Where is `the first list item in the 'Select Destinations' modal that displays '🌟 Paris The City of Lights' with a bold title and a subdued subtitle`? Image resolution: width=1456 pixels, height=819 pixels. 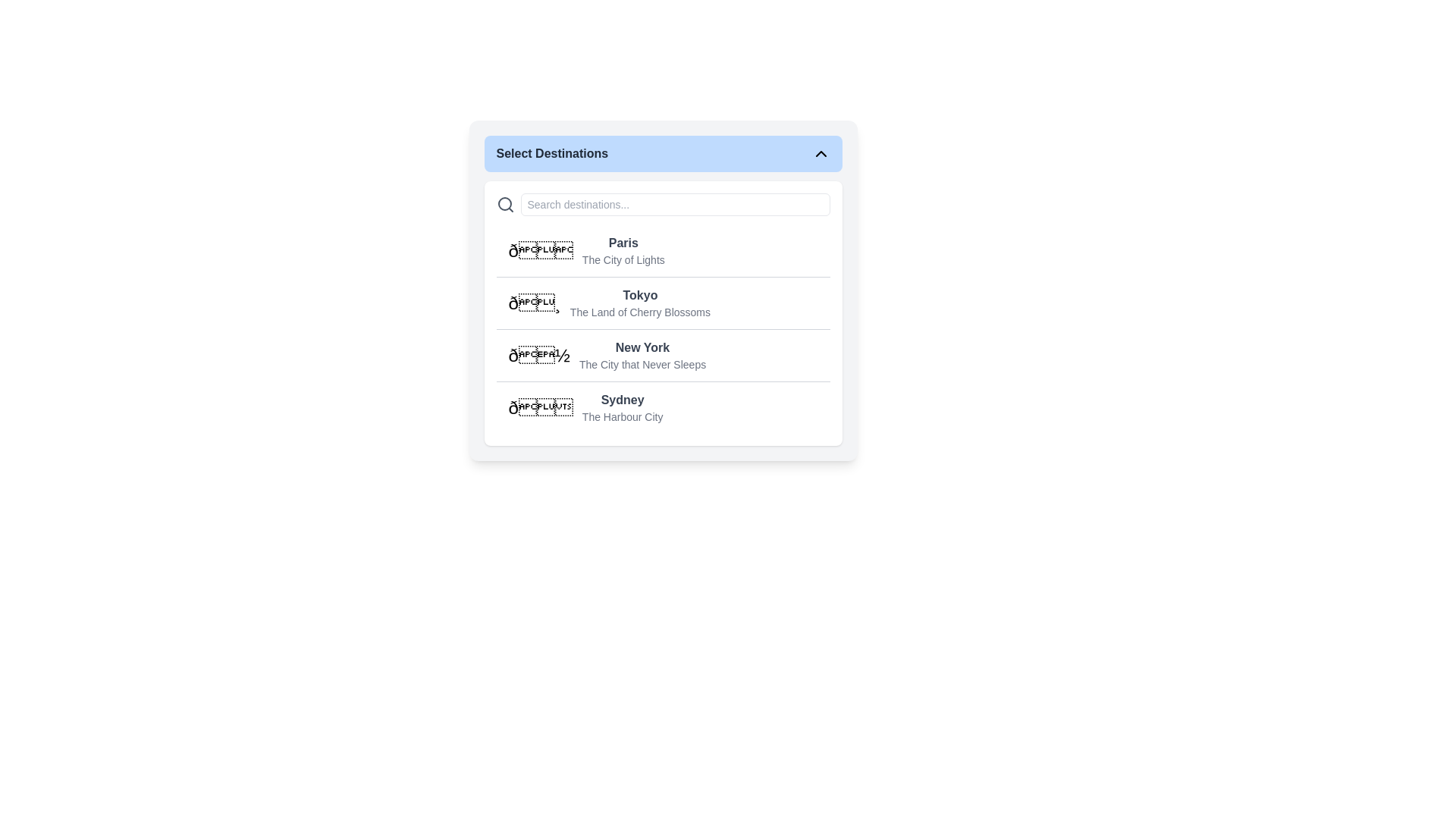 the first list item in the 'Select Destinations' modal that displays '🌟 Paris The City of Lights' with a bold title and a subdued subtitle is located at coordinates (585, 250).